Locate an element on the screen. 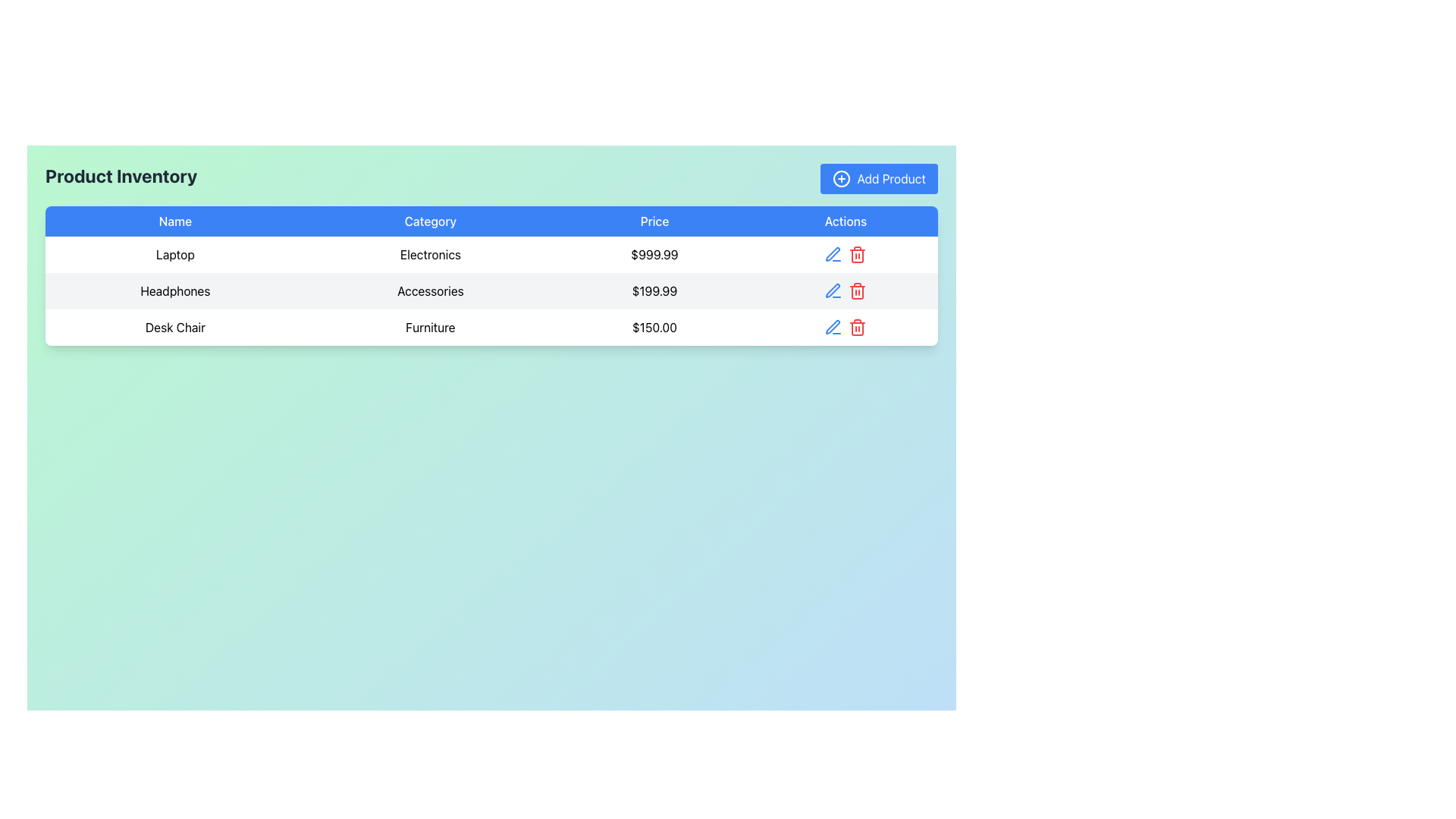 The height and width of the screenshot is (819, 1456). the icon for adding a new product, located to the left of the 'Add Product' text within the blue button at the top-right corner of the interface is located at coordinates (841, 177).